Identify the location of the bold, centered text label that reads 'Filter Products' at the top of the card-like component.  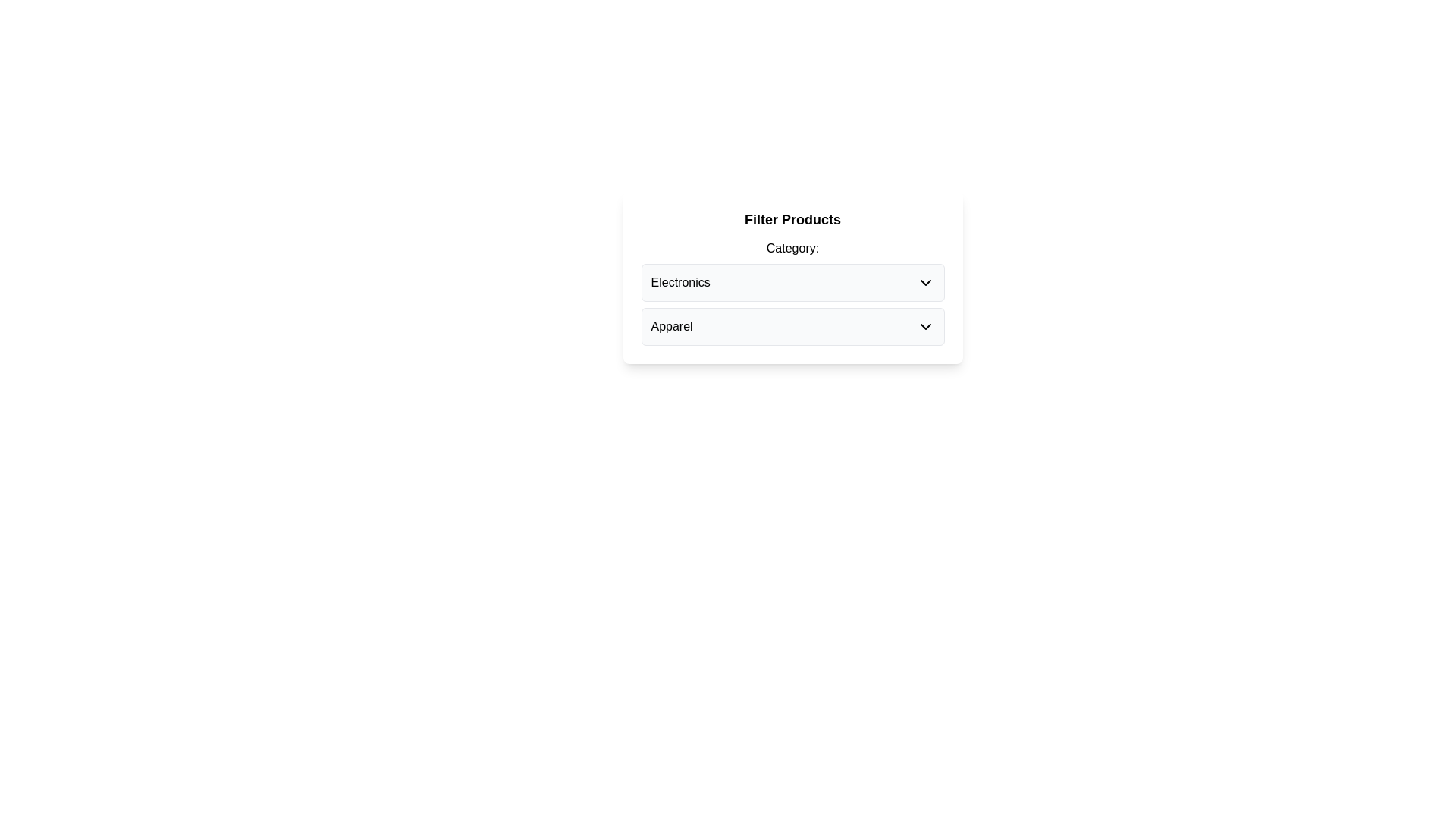
(792, 219).